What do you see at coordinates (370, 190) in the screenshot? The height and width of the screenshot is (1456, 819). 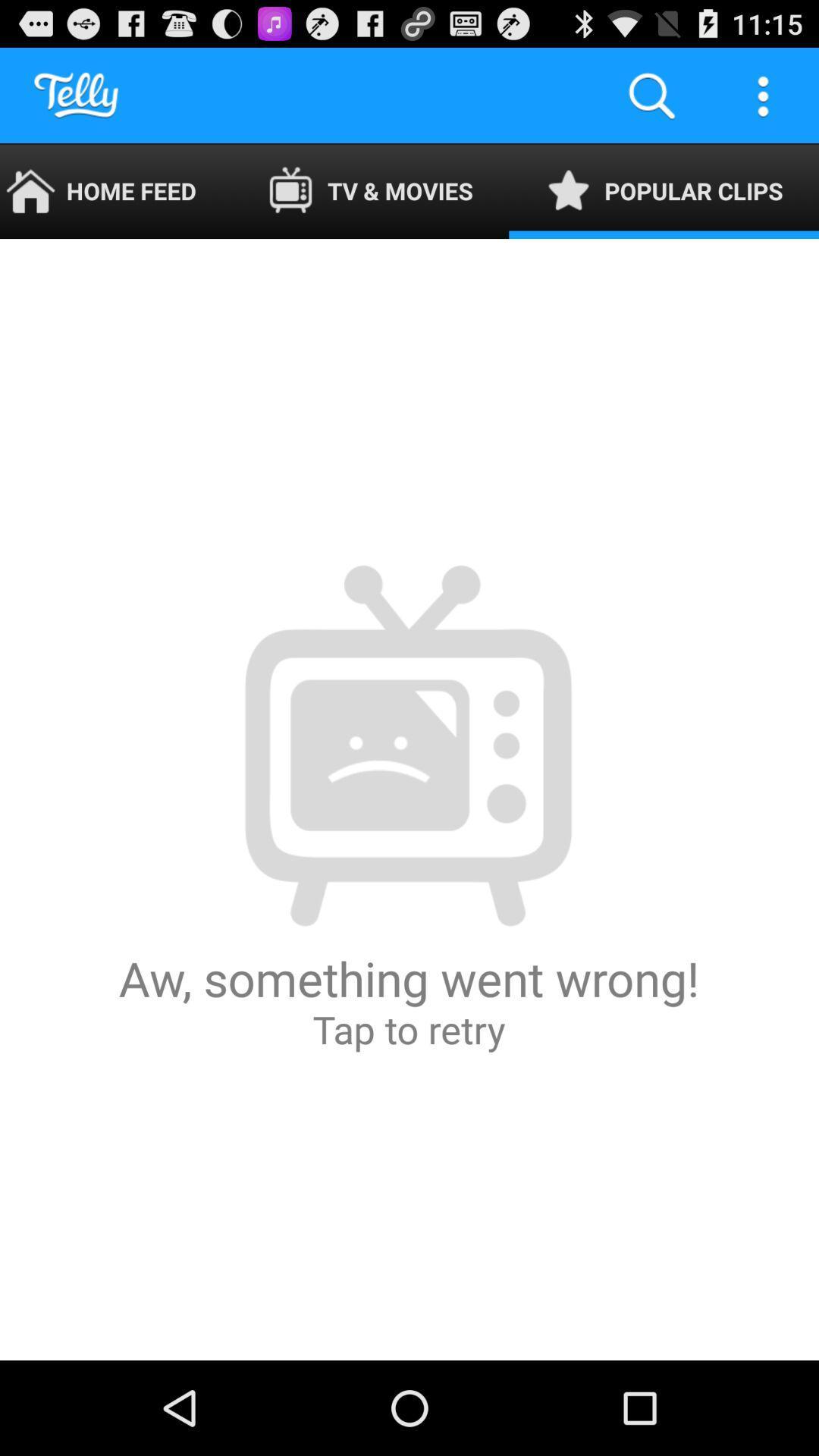 I see `app to the left of popular clips` at bounding box center [370, 190].